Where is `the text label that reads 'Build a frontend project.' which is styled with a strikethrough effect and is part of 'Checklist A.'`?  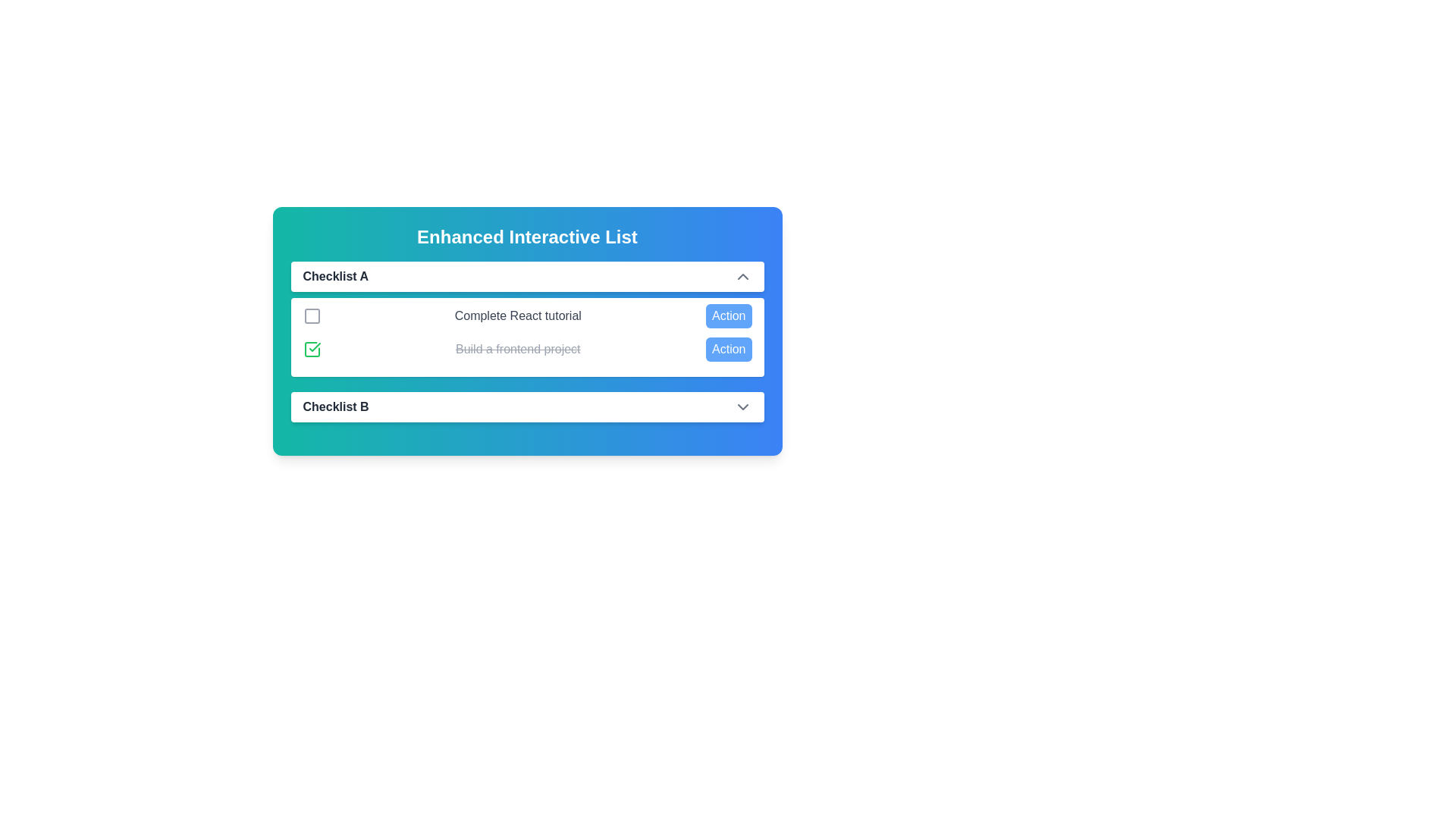
the text label that reads 'Build a frontend project.' which is styled with a strikethrough effect and is part of 'Checklist A.' is located at coordinates (518, 350).